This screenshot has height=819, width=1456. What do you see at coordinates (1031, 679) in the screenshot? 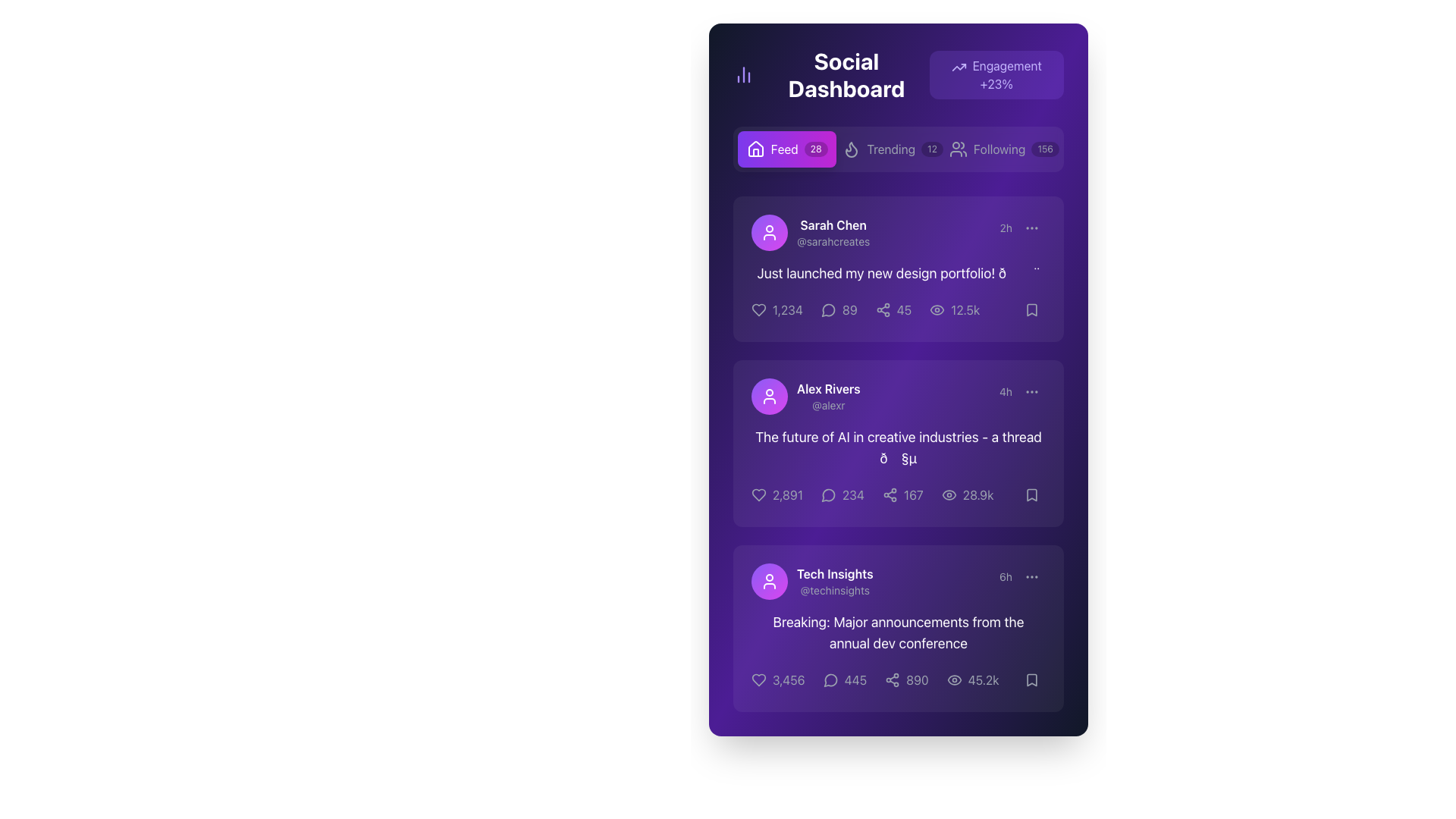
I see `the minimalist white bookmark icon` at bounding box center [1031, 679].